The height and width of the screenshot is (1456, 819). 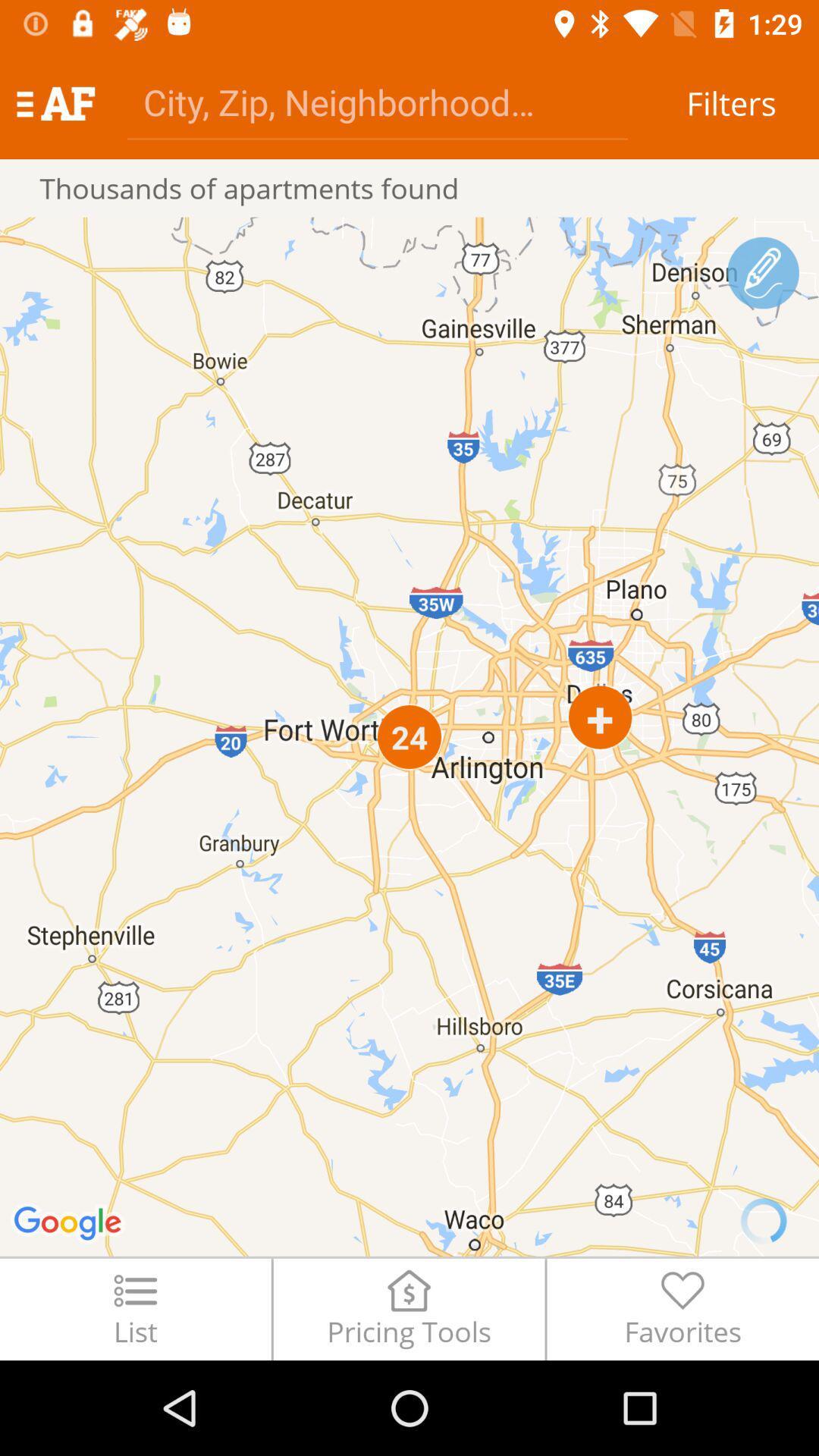 What do you see at coordinates (682, 1308) in the screenshot?
I see `favorites icon` at bounding box center [682, 1308].